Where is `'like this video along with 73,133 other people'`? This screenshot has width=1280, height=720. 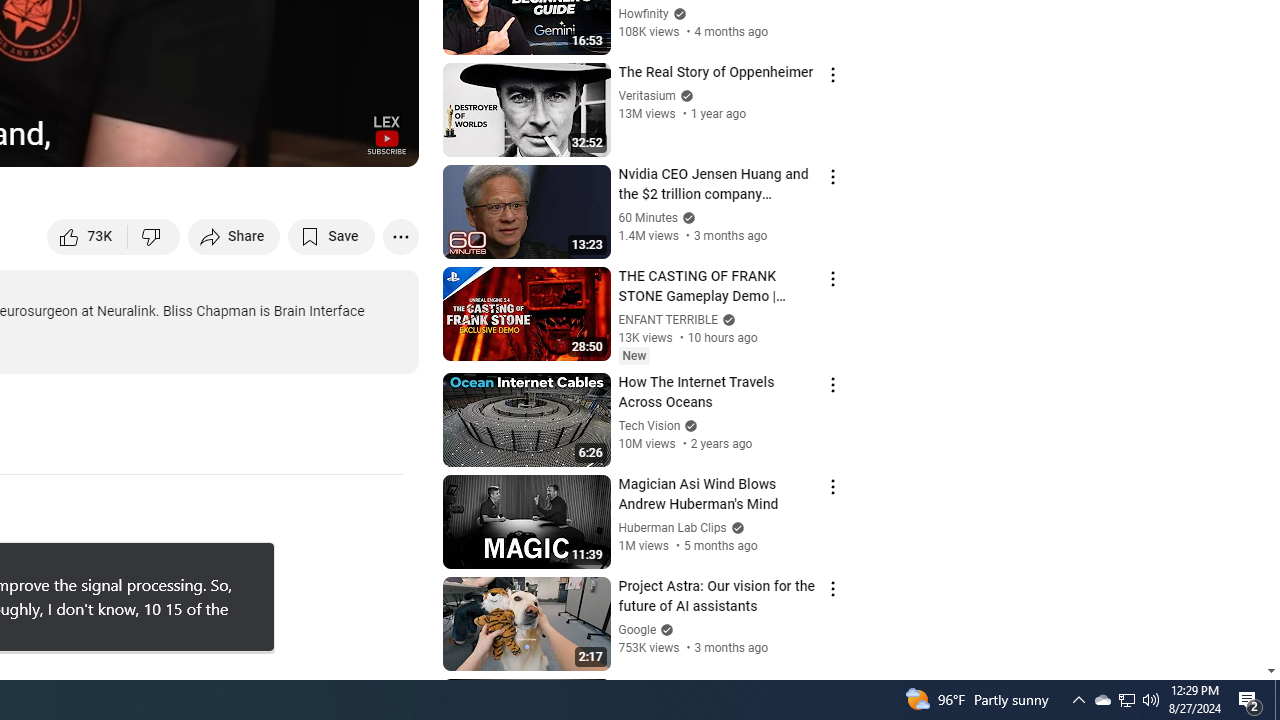
'like this video along with 73,133 other people' is located at coordinates (87, 235).